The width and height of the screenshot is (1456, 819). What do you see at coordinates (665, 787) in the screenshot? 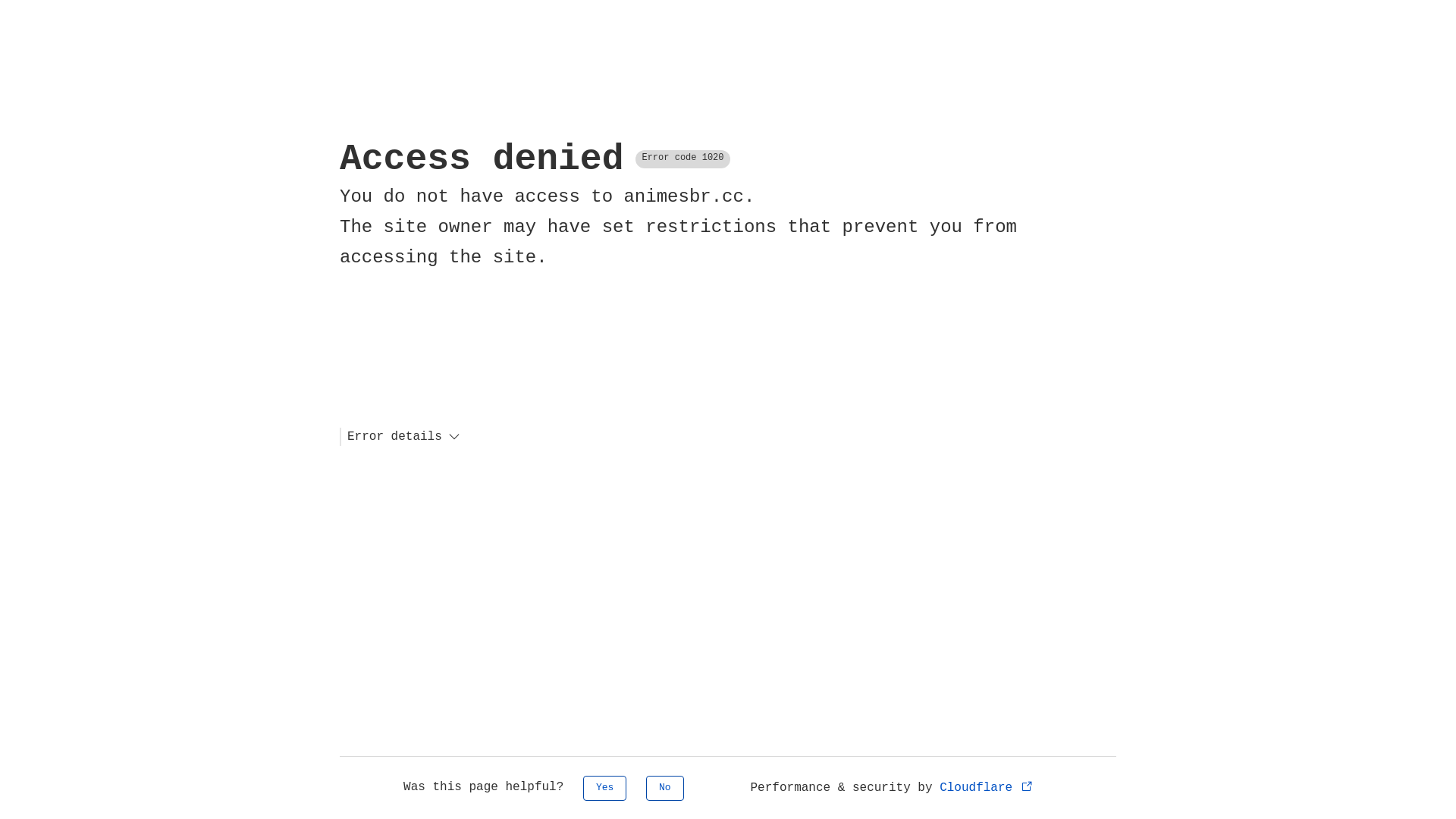
I see `'No'` at bounding box center [665, 787].